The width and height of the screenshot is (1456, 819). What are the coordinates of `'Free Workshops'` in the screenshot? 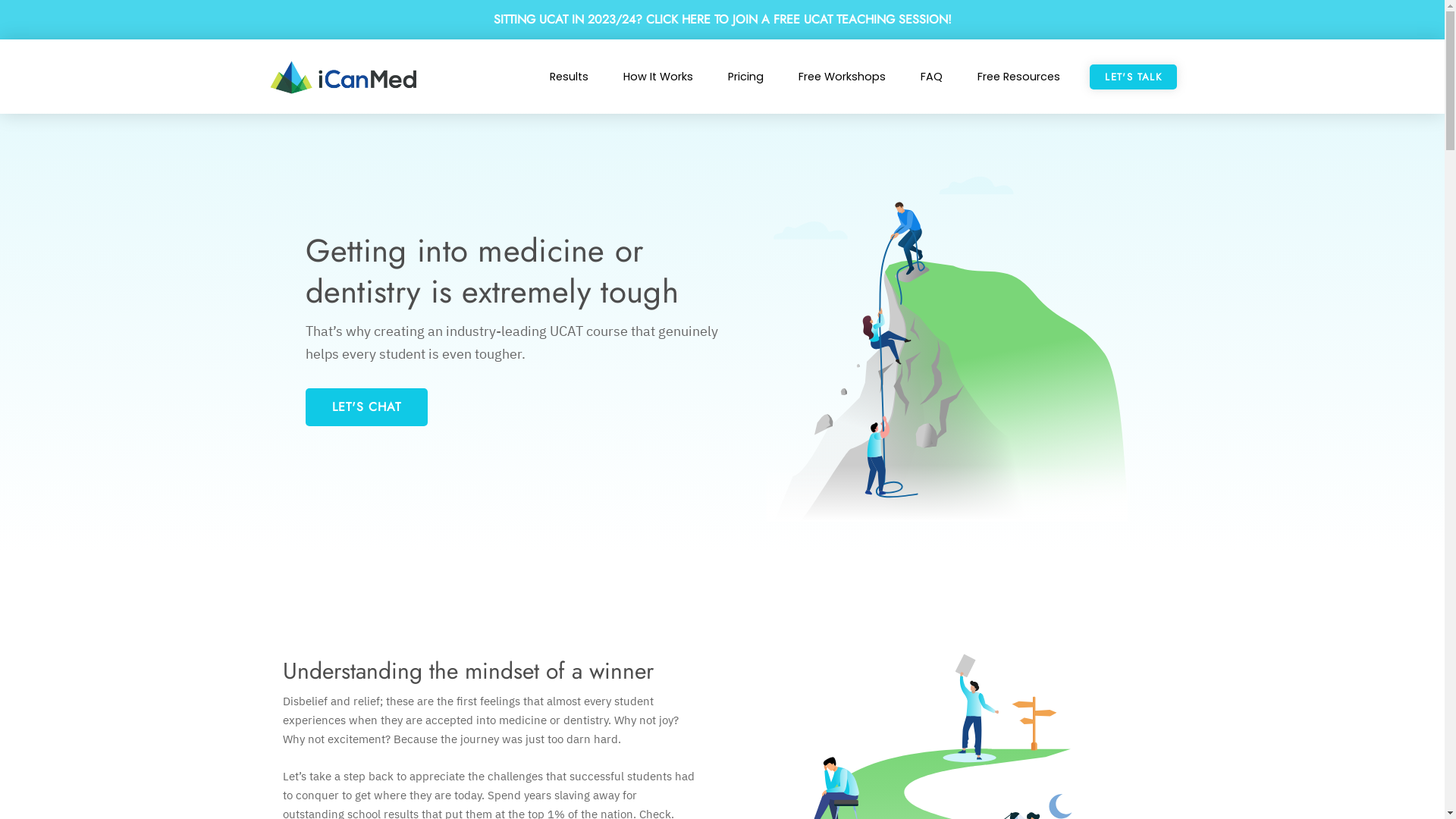 It's located at (783, 76).